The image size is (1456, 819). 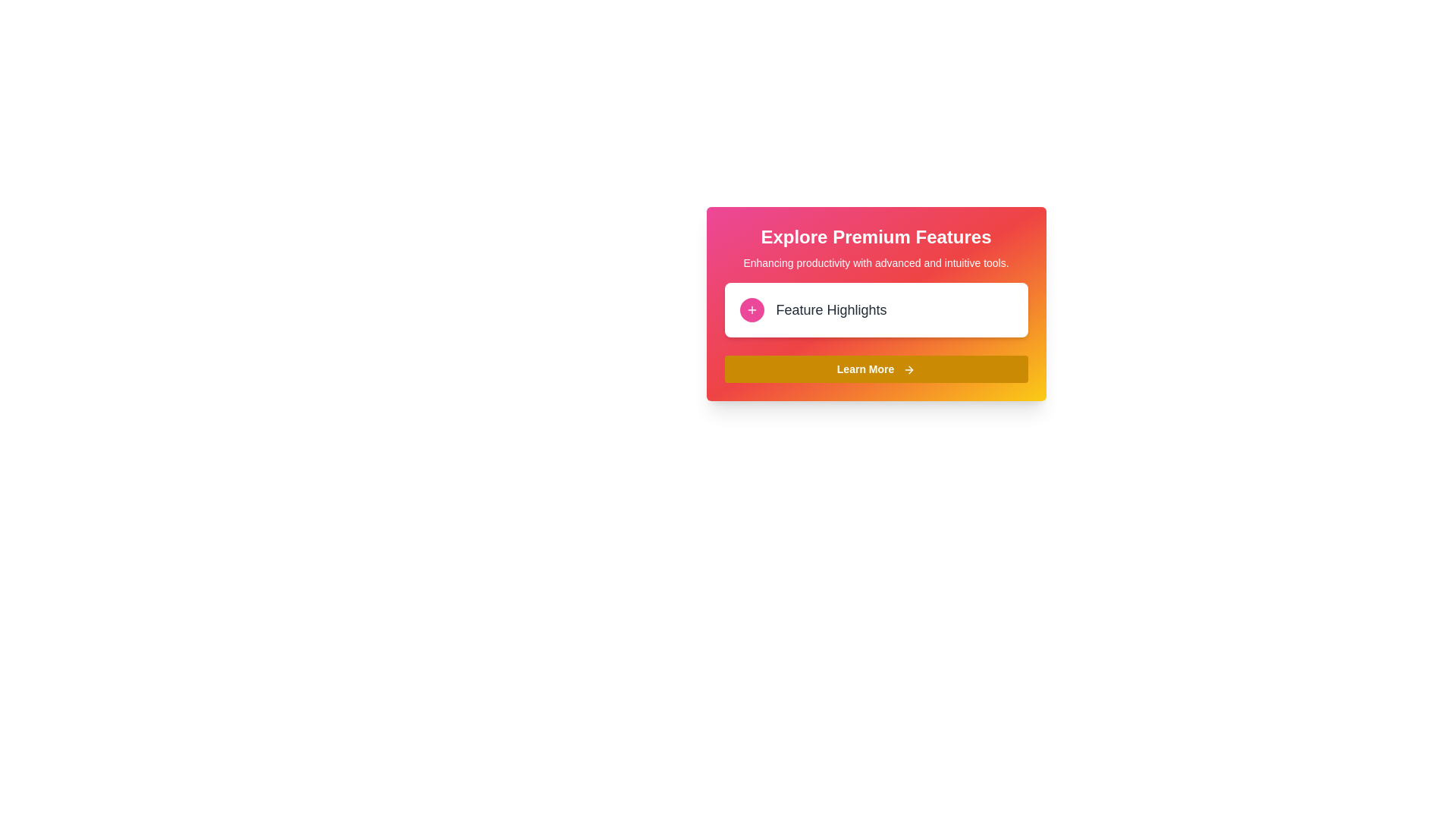 What do you see at coordinates (909, 370) in the screenshot?
I see `the navigation icon located on the right side of the 'Learn More' button at the bottom of the 'Explore Premium Features' card interface` at bounding box center [909, 370].